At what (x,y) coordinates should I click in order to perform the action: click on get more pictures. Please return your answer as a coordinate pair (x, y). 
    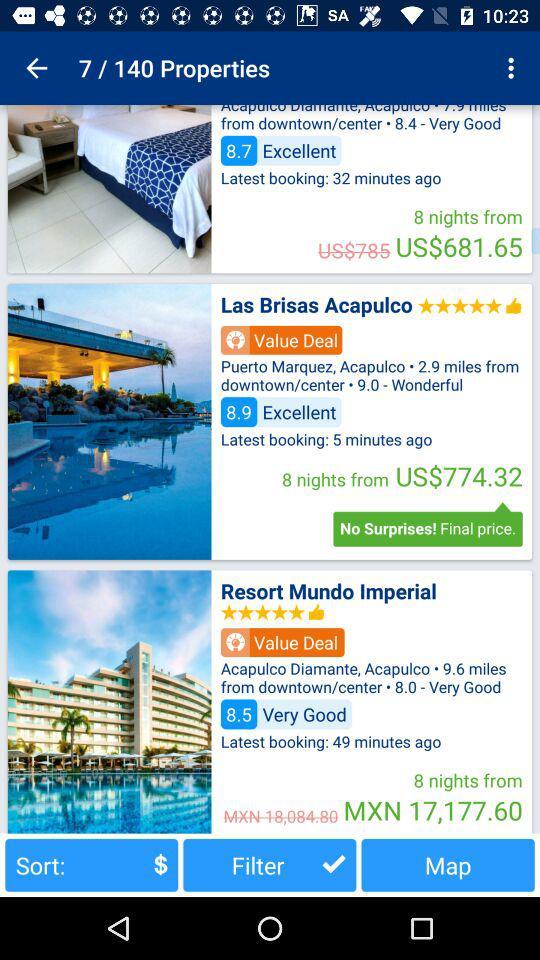
    Looking at the image, I should click on (109, 189).